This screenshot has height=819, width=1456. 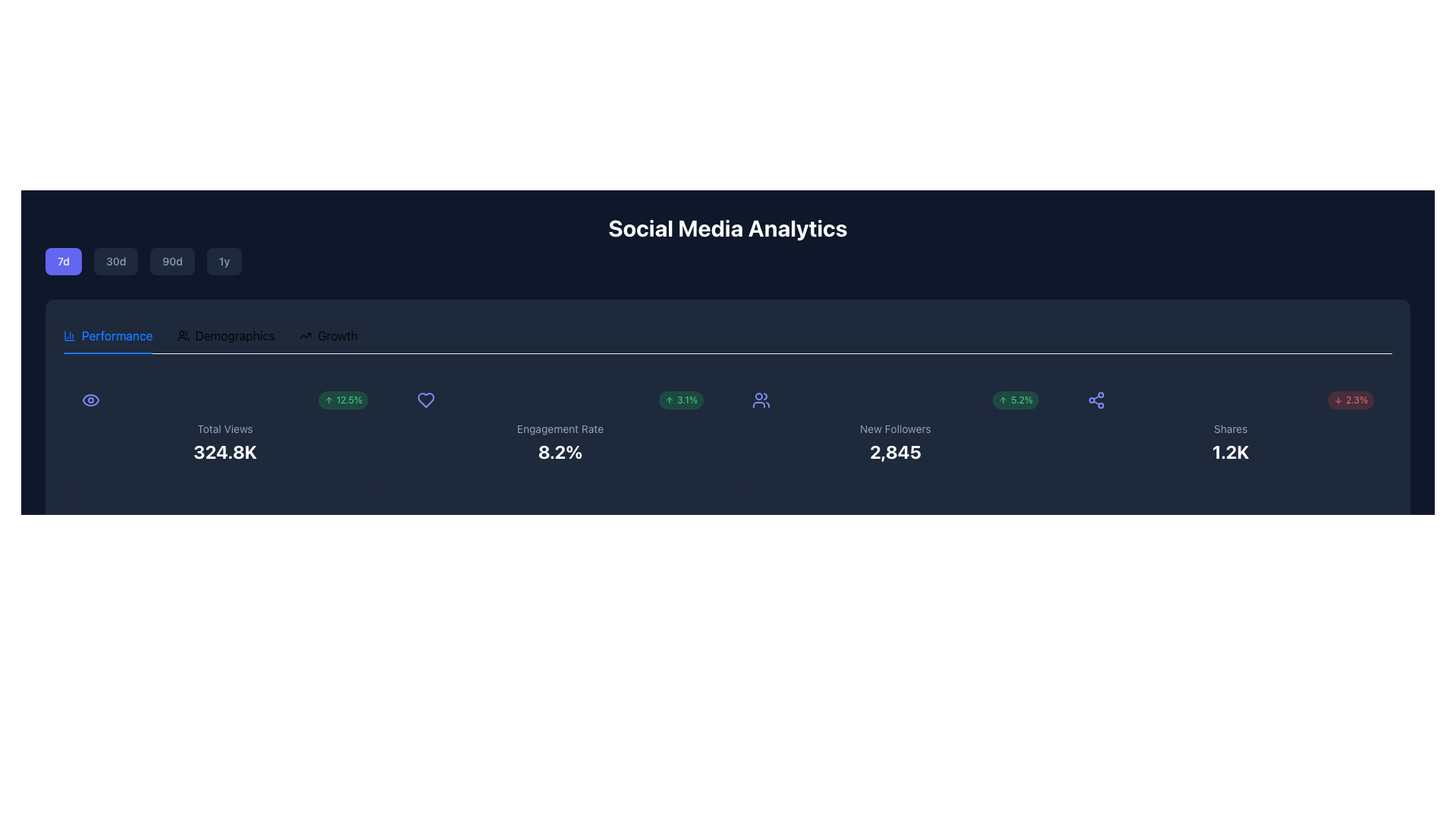 What do you see at coordinates (1351, 400) in the screenshot?
I see `displayed text from the Label indicating percentage change in the 'Performance' tab, located to the far-right of the horizontal bar, following the 'Shares' label` at bounding box center [1351, 400].